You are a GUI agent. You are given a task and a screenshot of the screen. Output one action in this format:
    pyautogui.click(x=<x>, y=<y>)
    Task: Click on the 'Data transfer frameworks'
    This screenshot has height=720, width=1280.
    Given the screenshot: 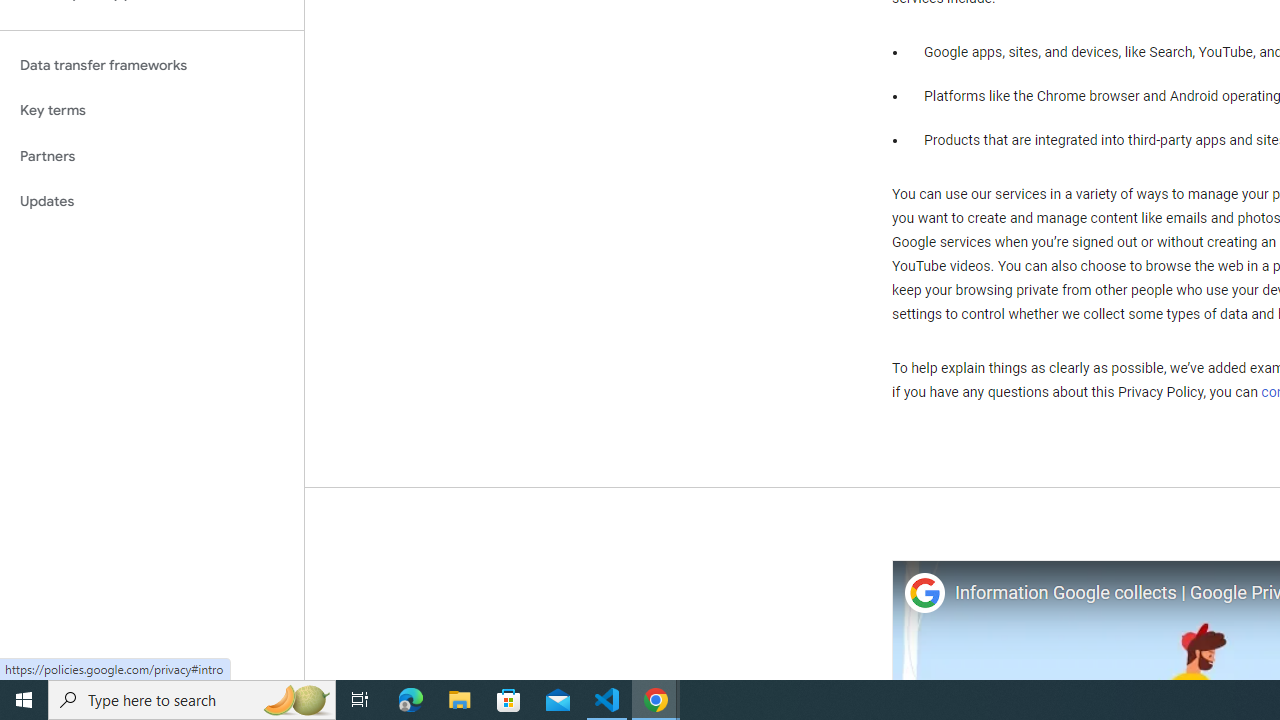 What is the action you would take?
    pyautogui.click(x=151, y=64)
    